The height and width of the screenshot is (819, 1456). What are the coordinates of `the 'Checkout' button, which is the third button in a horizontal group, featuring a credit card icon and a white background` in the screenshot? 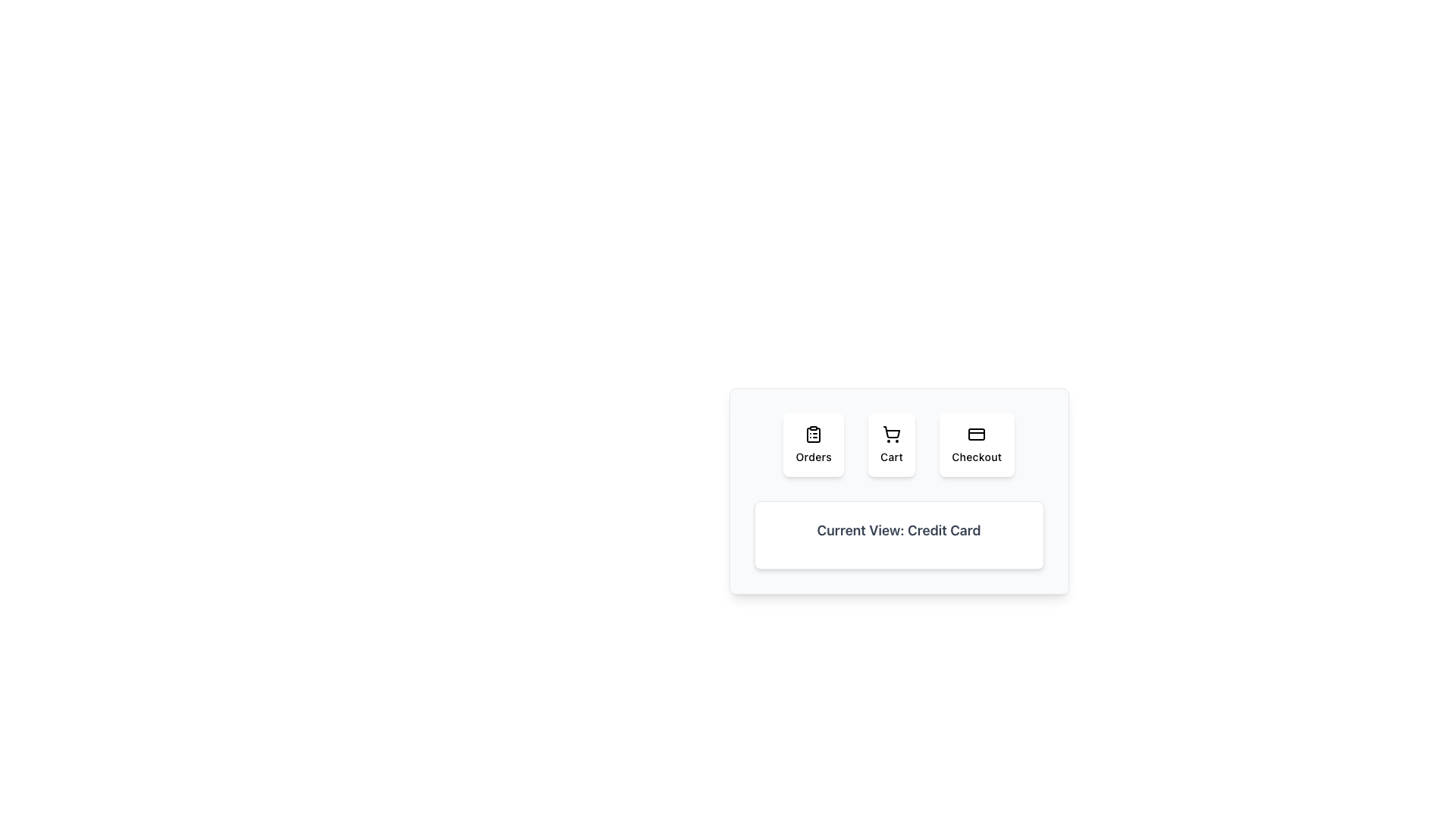 It's located at (977, 444).